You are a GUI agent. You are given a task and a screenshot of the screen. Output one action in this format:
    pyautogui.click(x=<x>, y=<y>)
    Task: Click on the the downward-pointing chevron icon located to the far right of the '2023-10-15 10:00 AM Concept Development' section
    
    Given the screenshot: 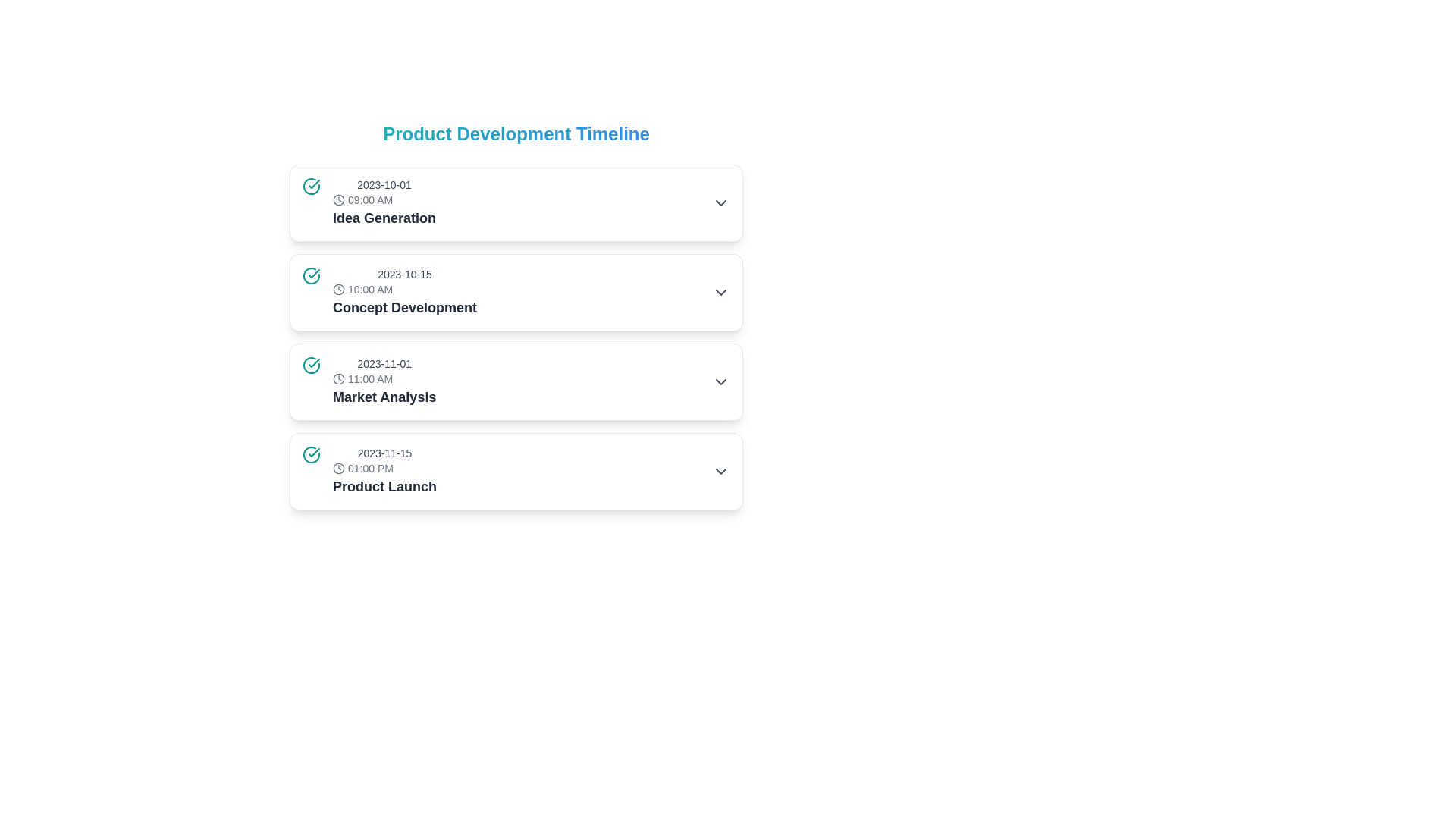 What is the action you would take?
    pyautogui.click(x=720, y=292)
    